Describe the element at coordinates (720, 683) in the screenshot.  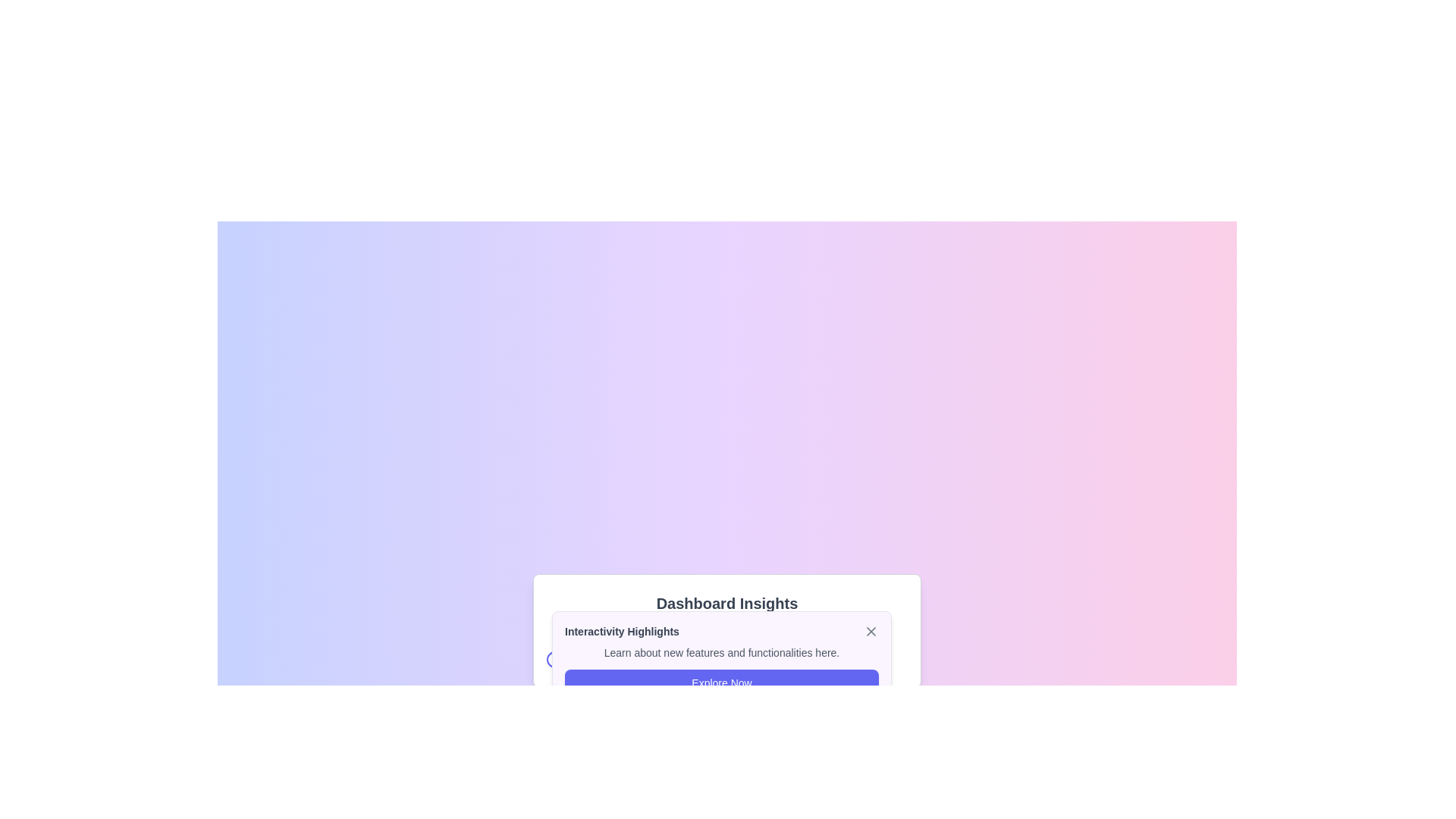
I see `the call-to-action button located at the center of the modal overlay, positioned directly beneath the text 'Learn about new features and functionalities here'` at that location.